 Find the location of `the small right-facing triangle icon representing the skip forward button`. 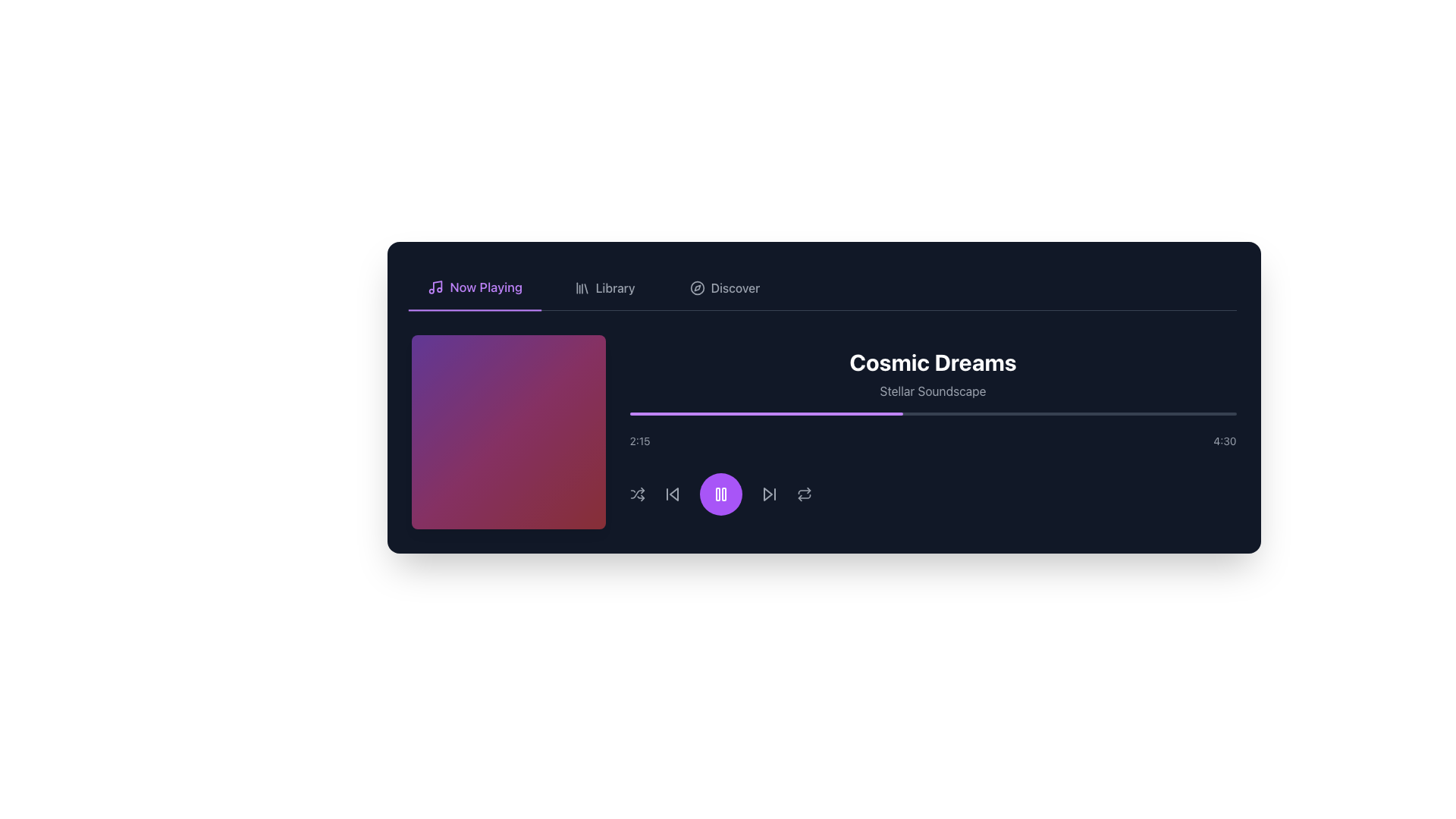

the small right-facing triangle icon representing the skip forward button is located at coordinates (767, 494).